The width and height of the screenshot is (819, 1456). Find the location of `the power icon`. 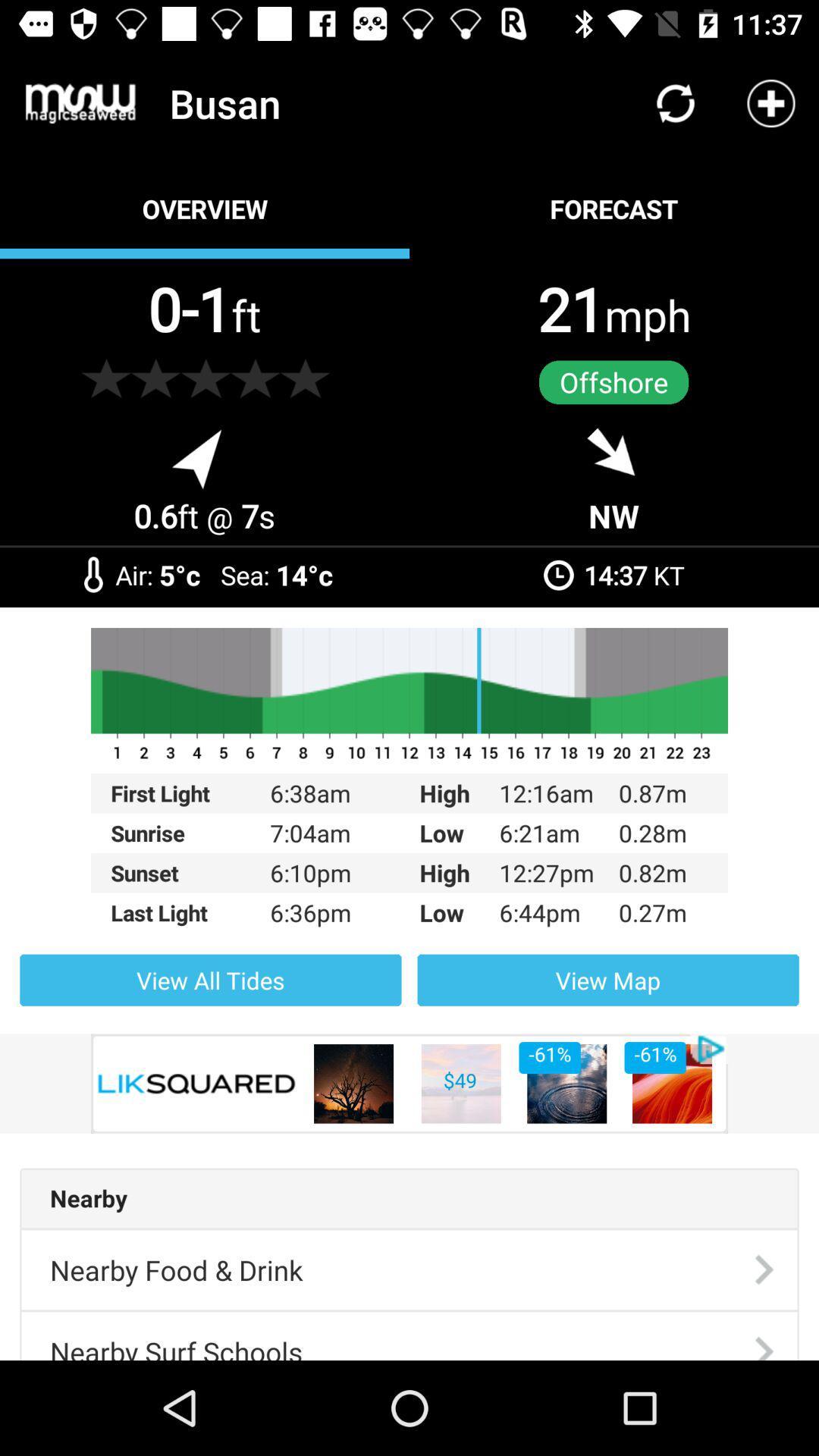

the power icon is located at coordinates (93, 573).